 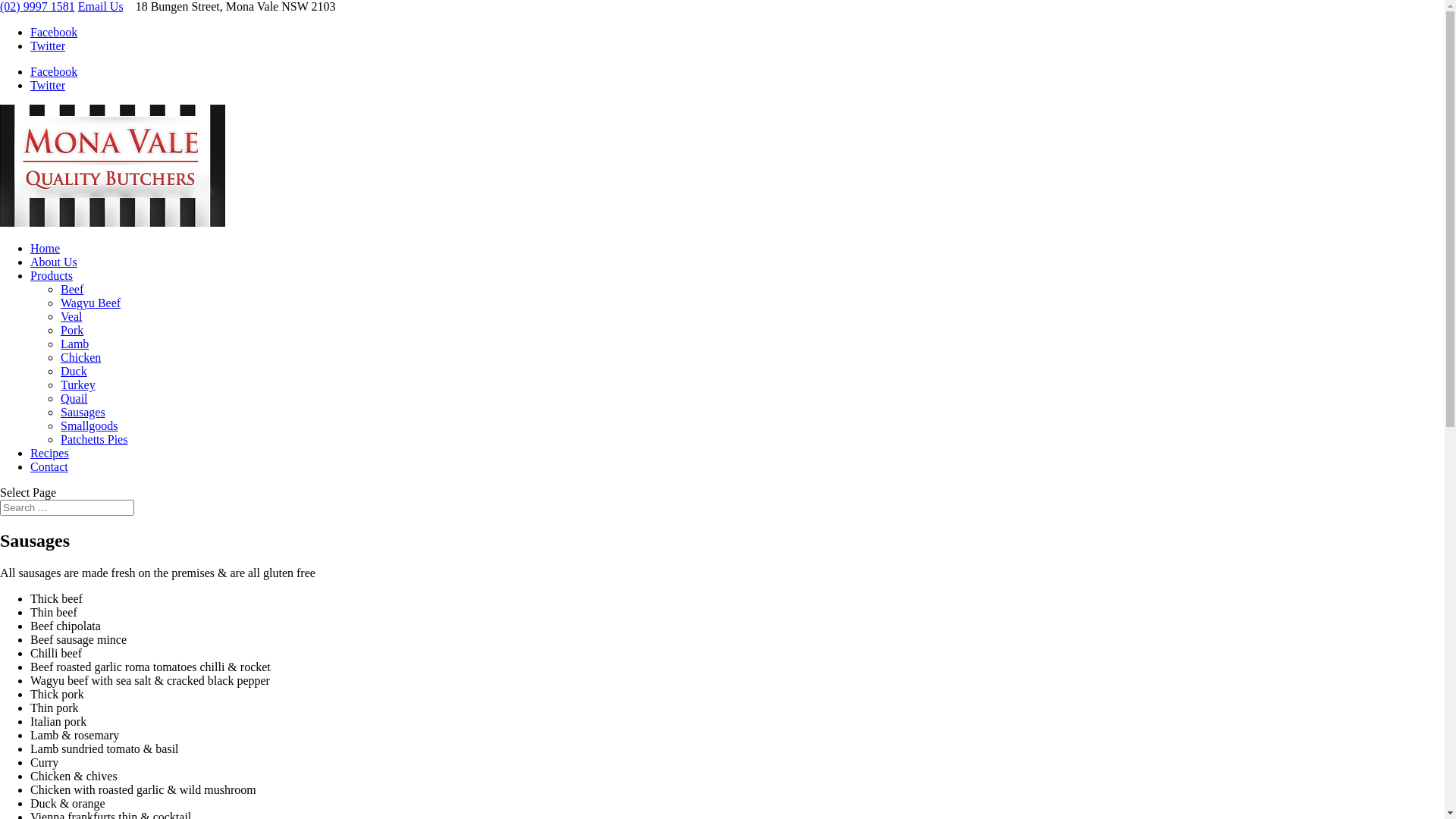 I want to click on '(02) 9997 1581', so click(x=37, y=6).